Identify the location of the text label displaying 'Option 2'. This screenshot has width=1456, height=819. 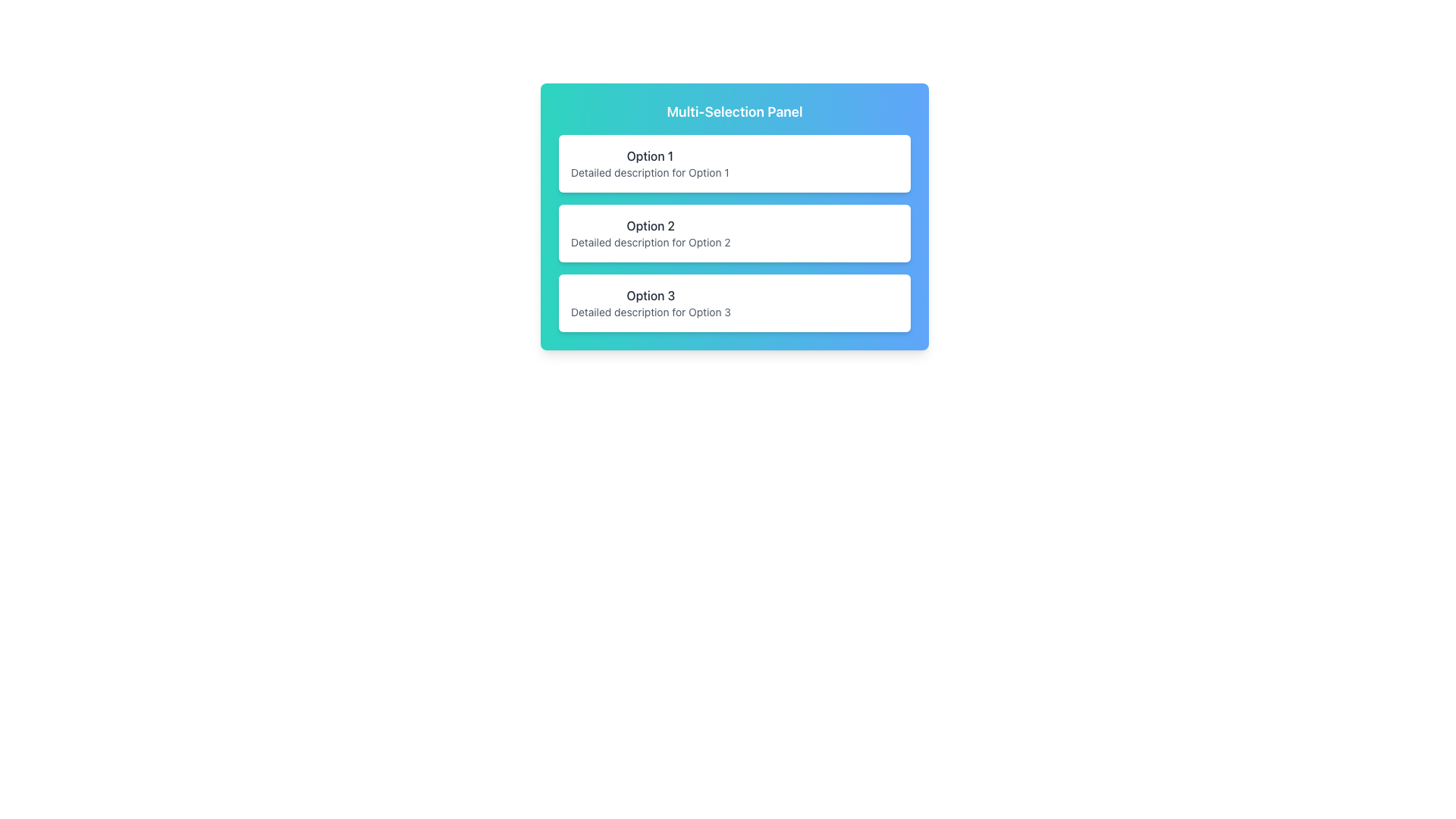
(651, 225).